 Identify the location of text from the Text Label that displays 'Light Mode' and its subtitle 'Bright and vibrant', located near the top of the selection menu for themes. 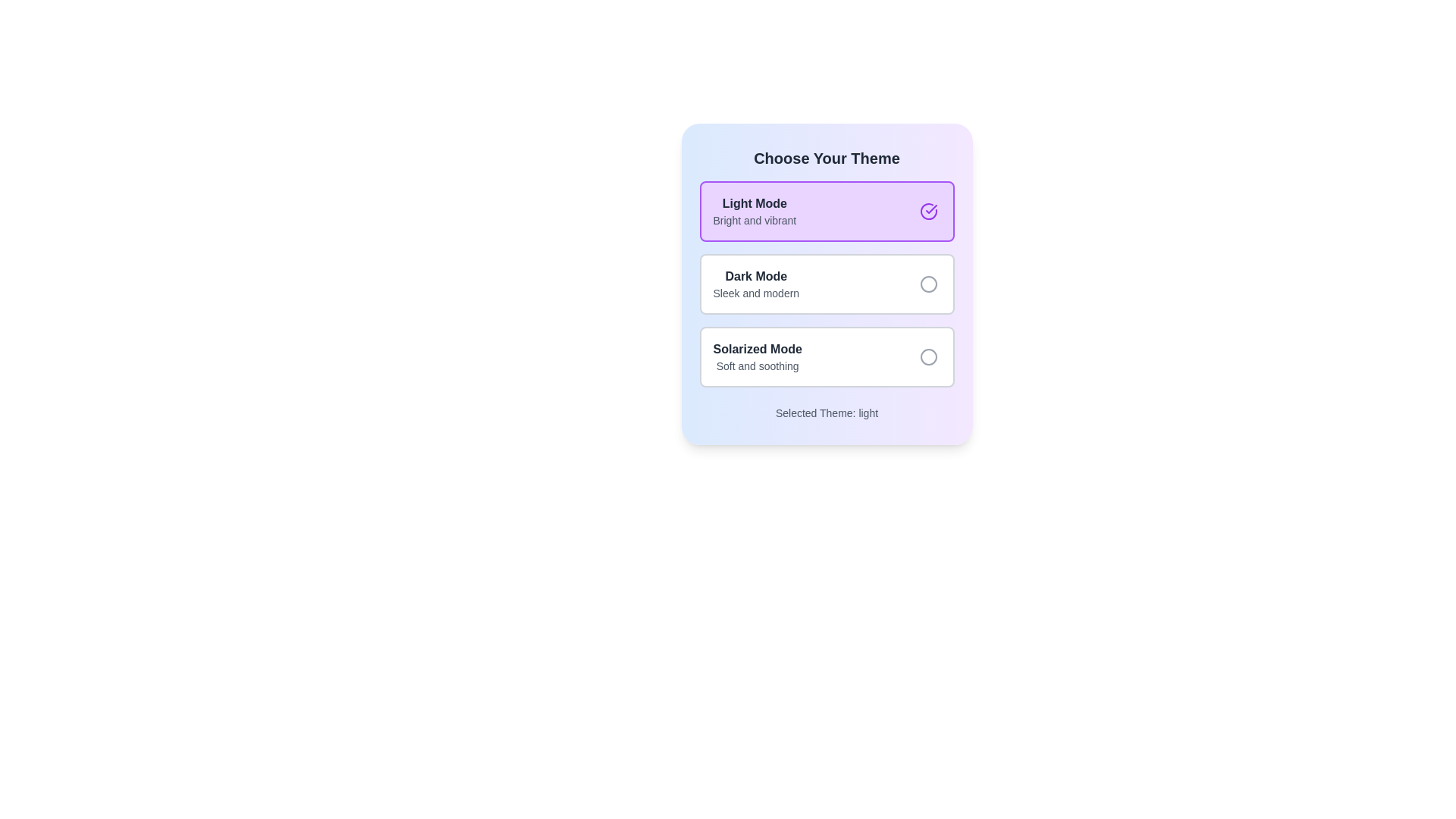
(761, 211).